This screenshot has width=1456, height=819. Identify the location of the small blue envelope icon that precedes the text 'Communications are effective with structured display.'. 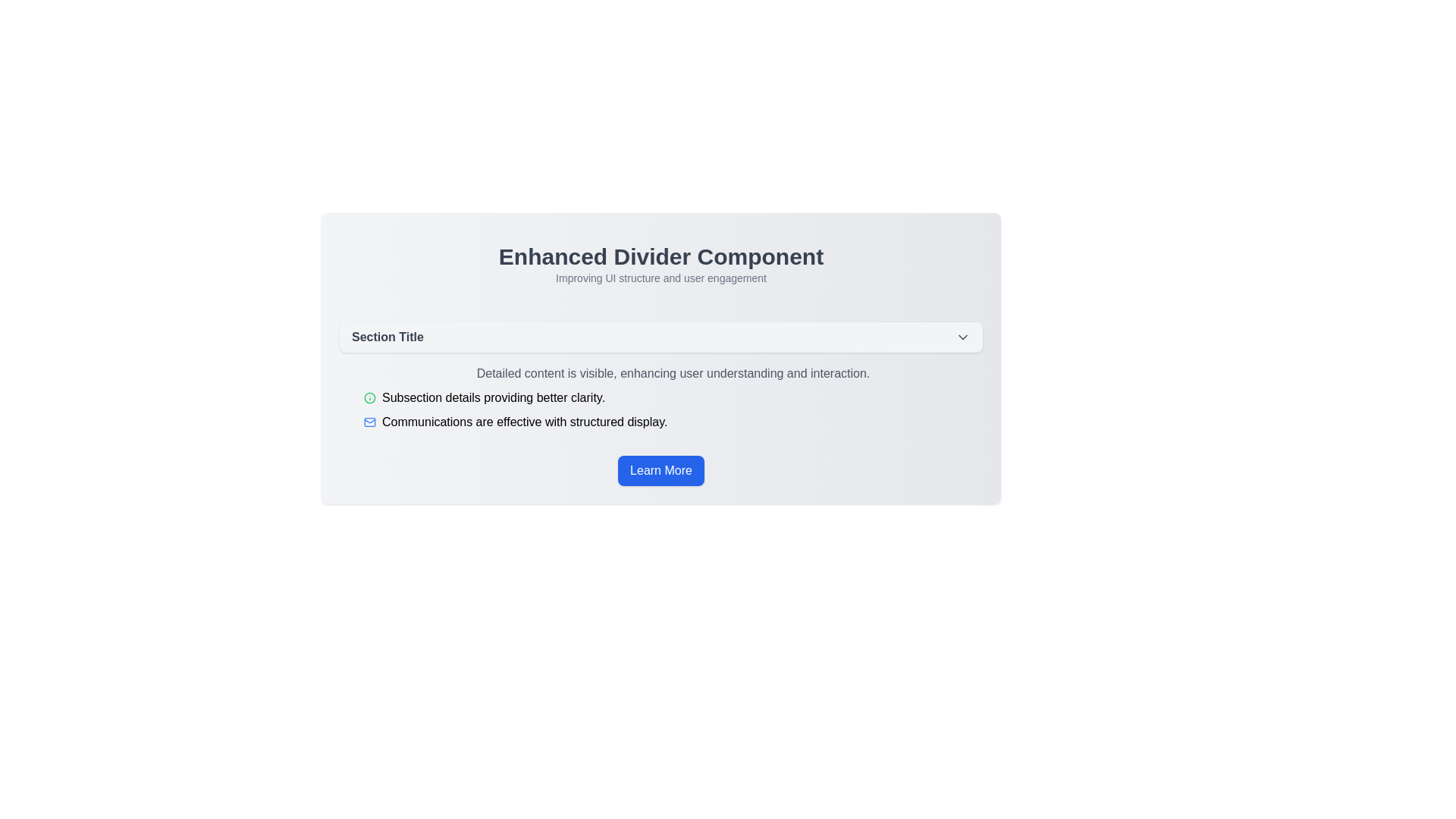
(370, 422).